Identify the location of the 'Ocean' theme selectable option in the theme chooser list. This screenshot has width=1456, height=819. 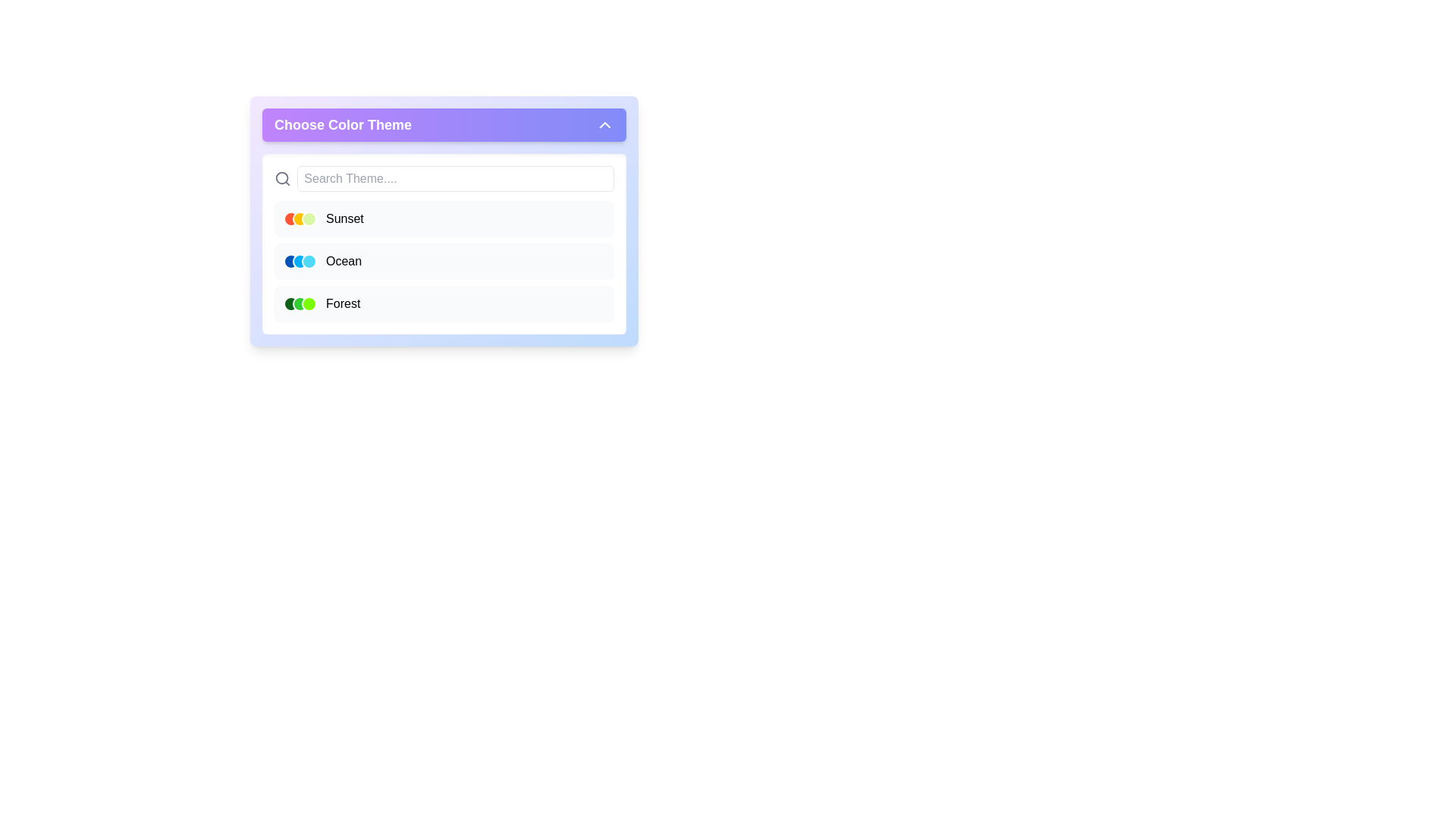
(443, 260).